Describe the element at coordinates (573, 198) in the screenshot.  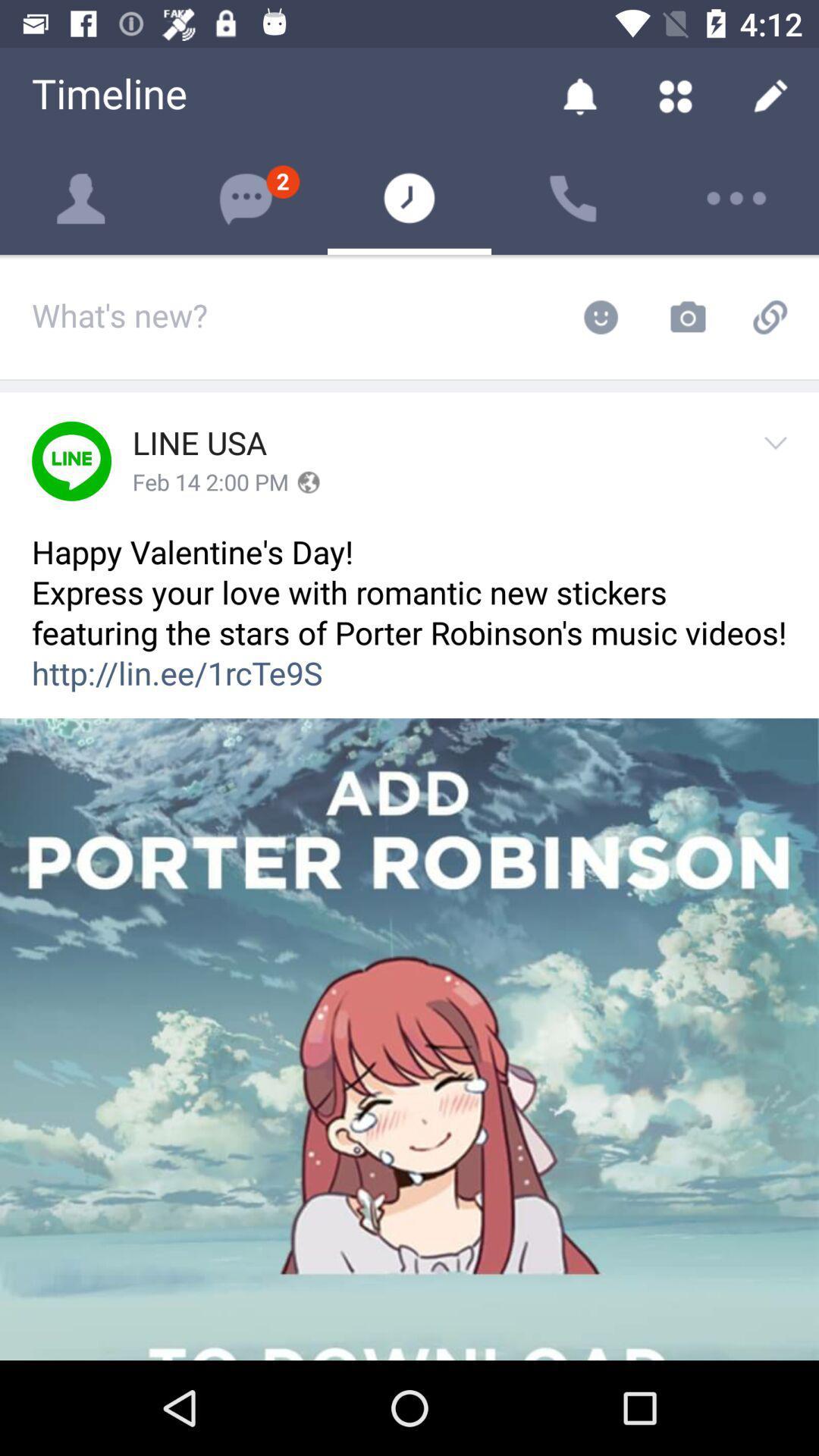
I see `the call icon` at that location.